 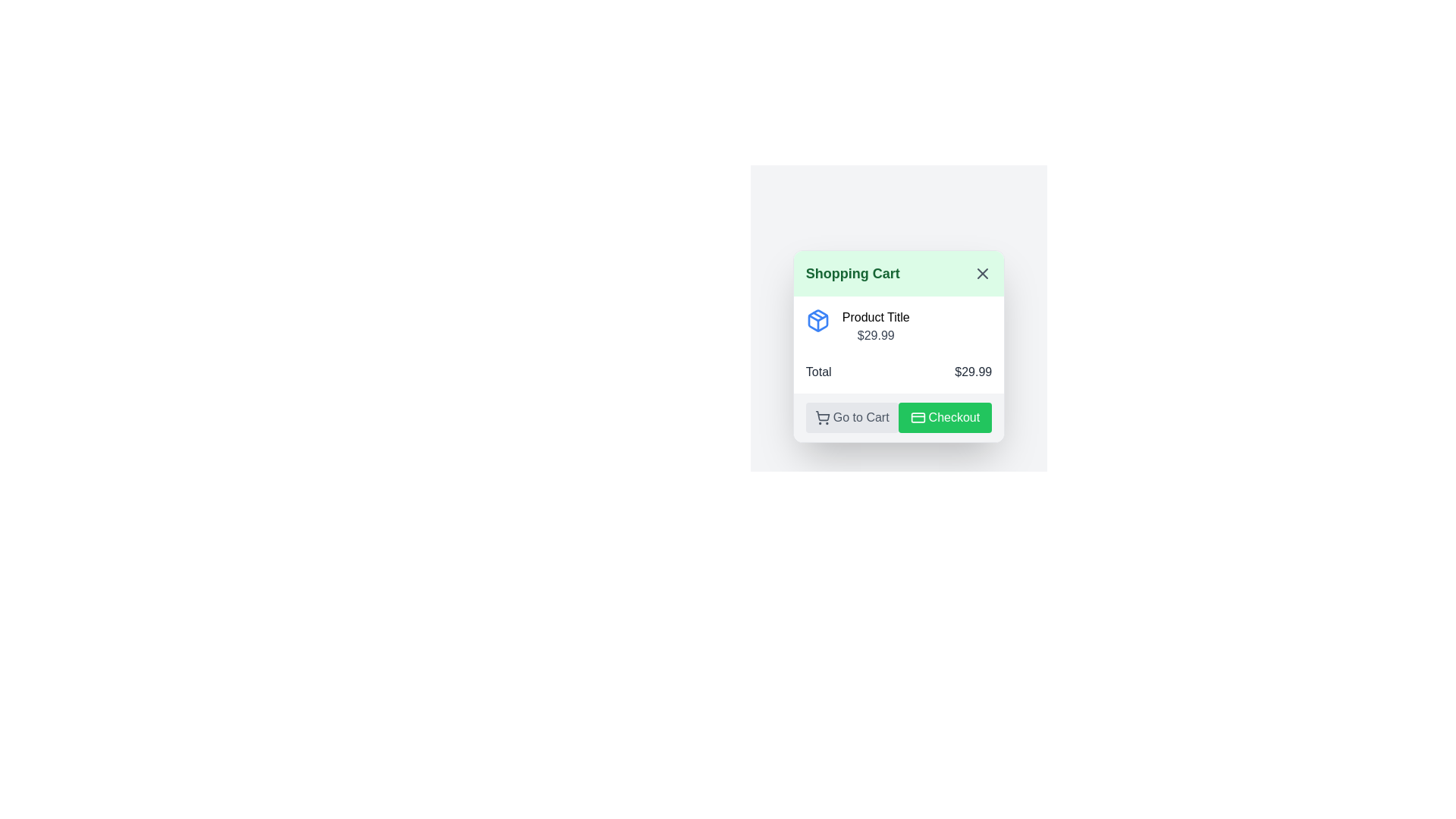 What do you see at coordinates (899, 418) in the screenshot?
I see `the 'Checkout' button in the shopping cart pop-up` at bounding box center [899, 418].